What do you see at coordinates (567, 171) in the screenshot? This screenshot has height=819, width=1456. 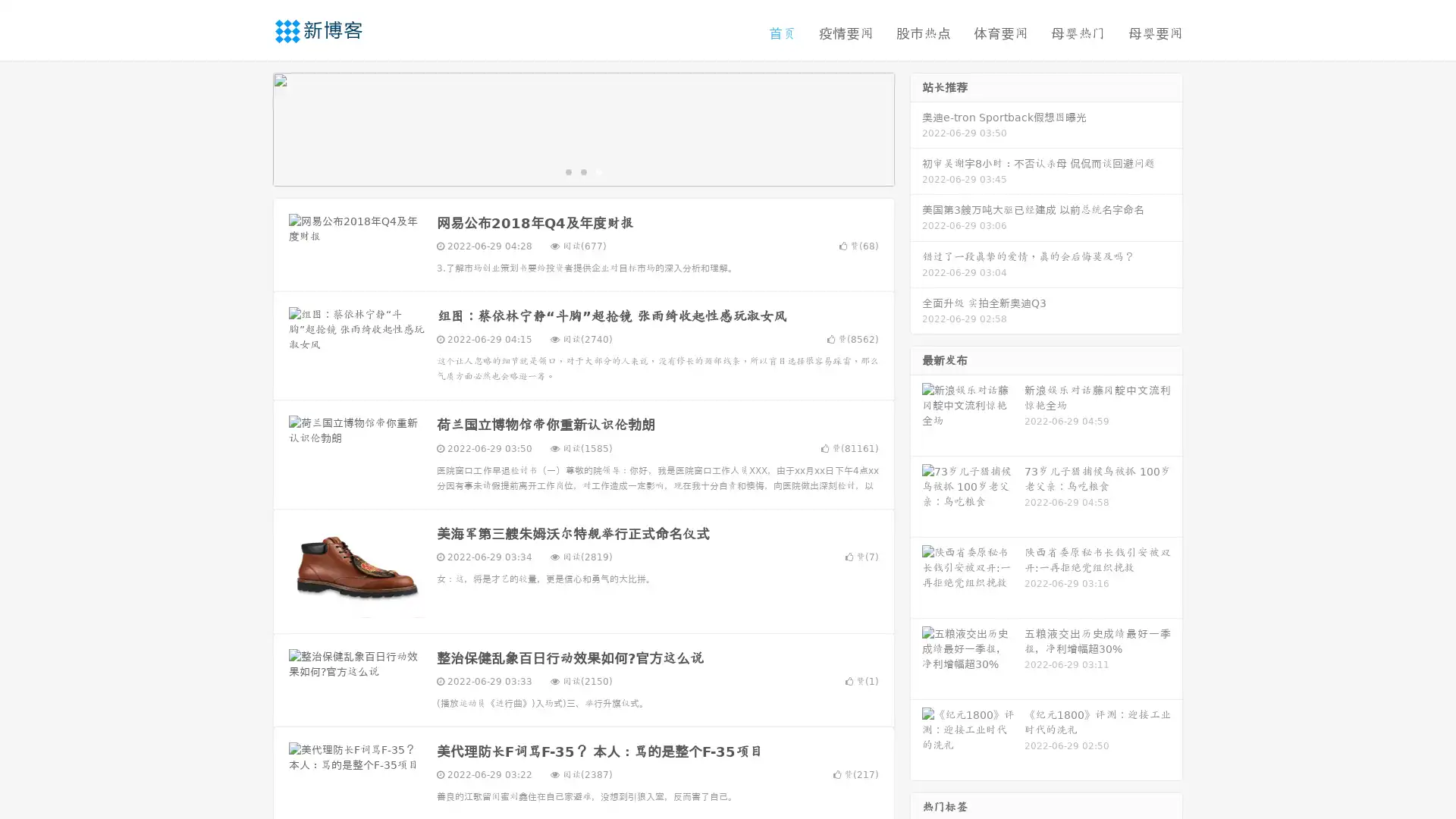 I see `Go to slide 1` at bounding box center [567, 171].